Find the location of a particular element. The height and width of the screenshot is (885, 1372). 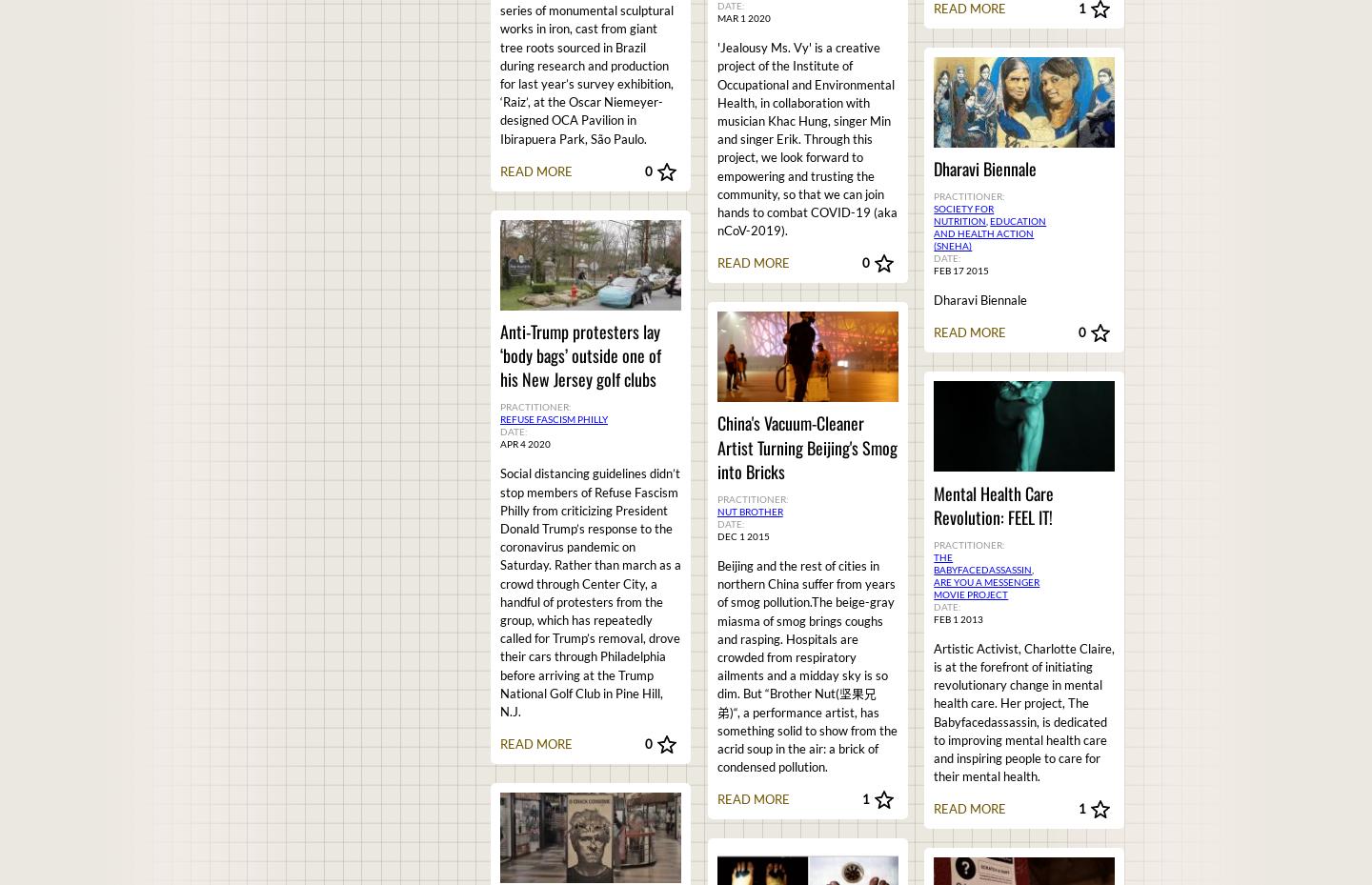

'Refuse Fascism Philly' is located at coordinates (554, 417).